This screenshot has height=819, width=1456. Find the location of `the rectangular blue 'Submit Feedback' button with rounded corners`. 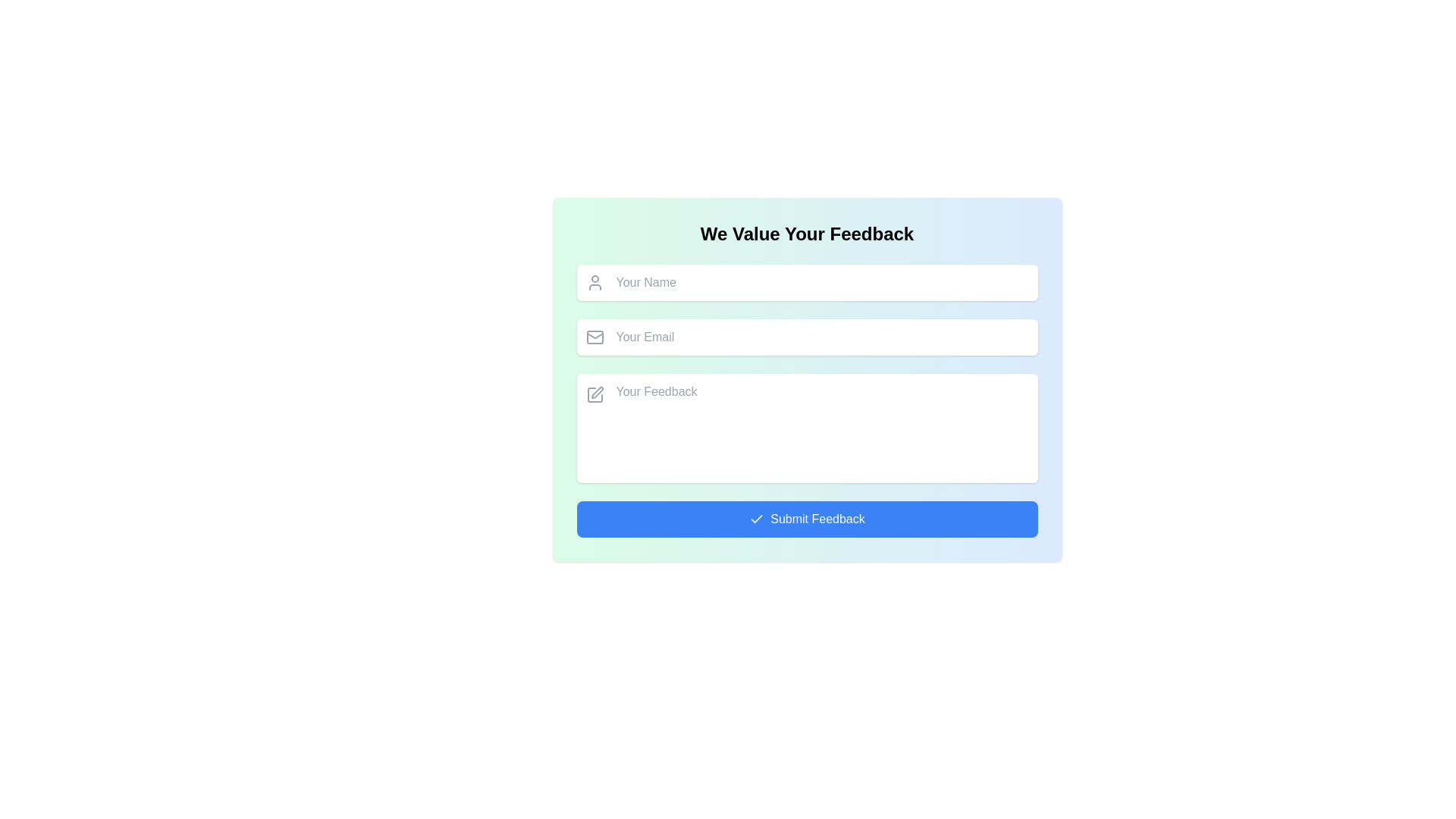

the rectangular blue 'Submit Feedback' button with rounded corners is located at coordinates (806, 519).